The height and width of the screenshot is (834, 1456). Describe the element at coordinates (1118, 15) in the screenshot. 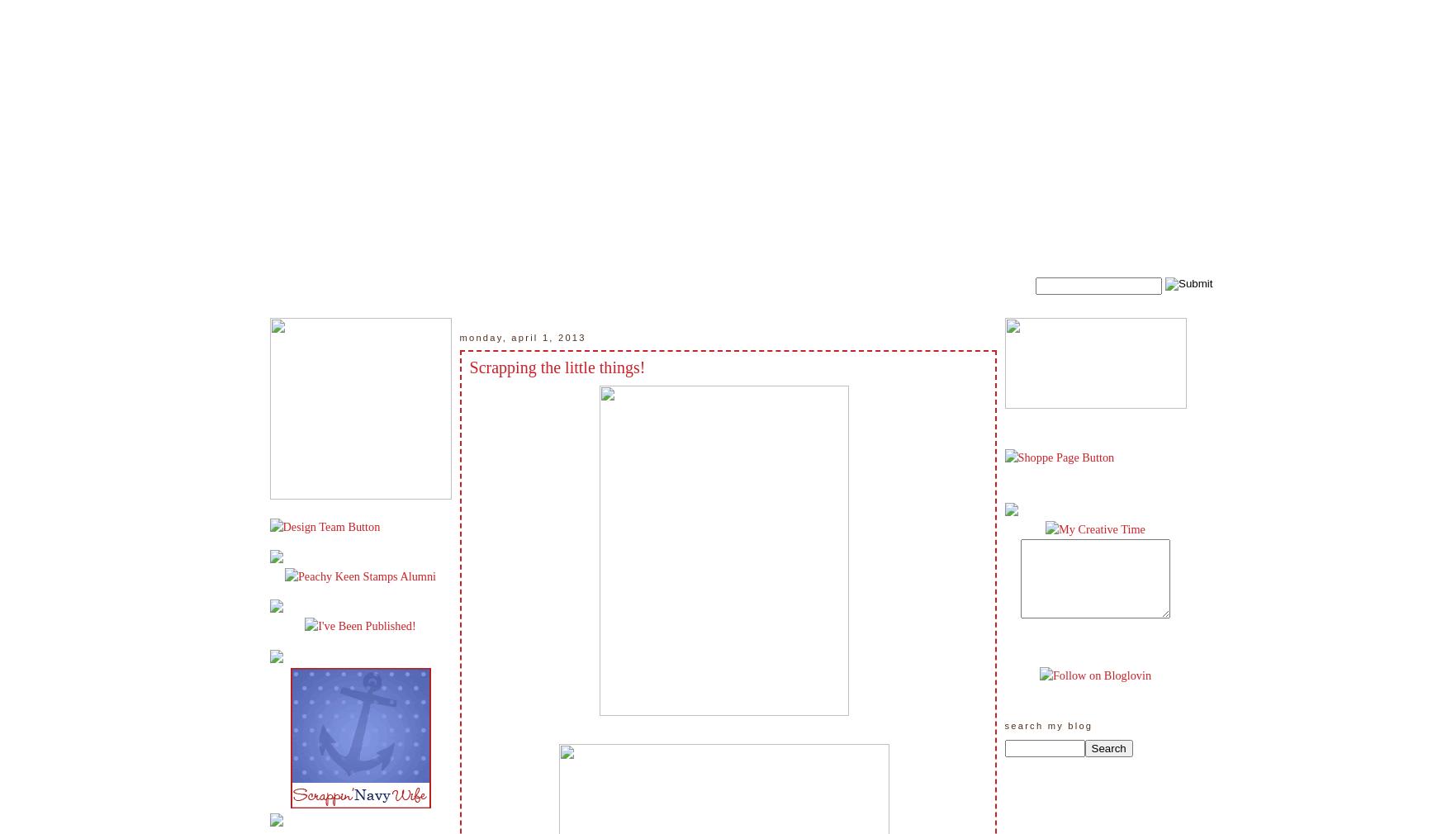

I see `'You Tube'` at that location.